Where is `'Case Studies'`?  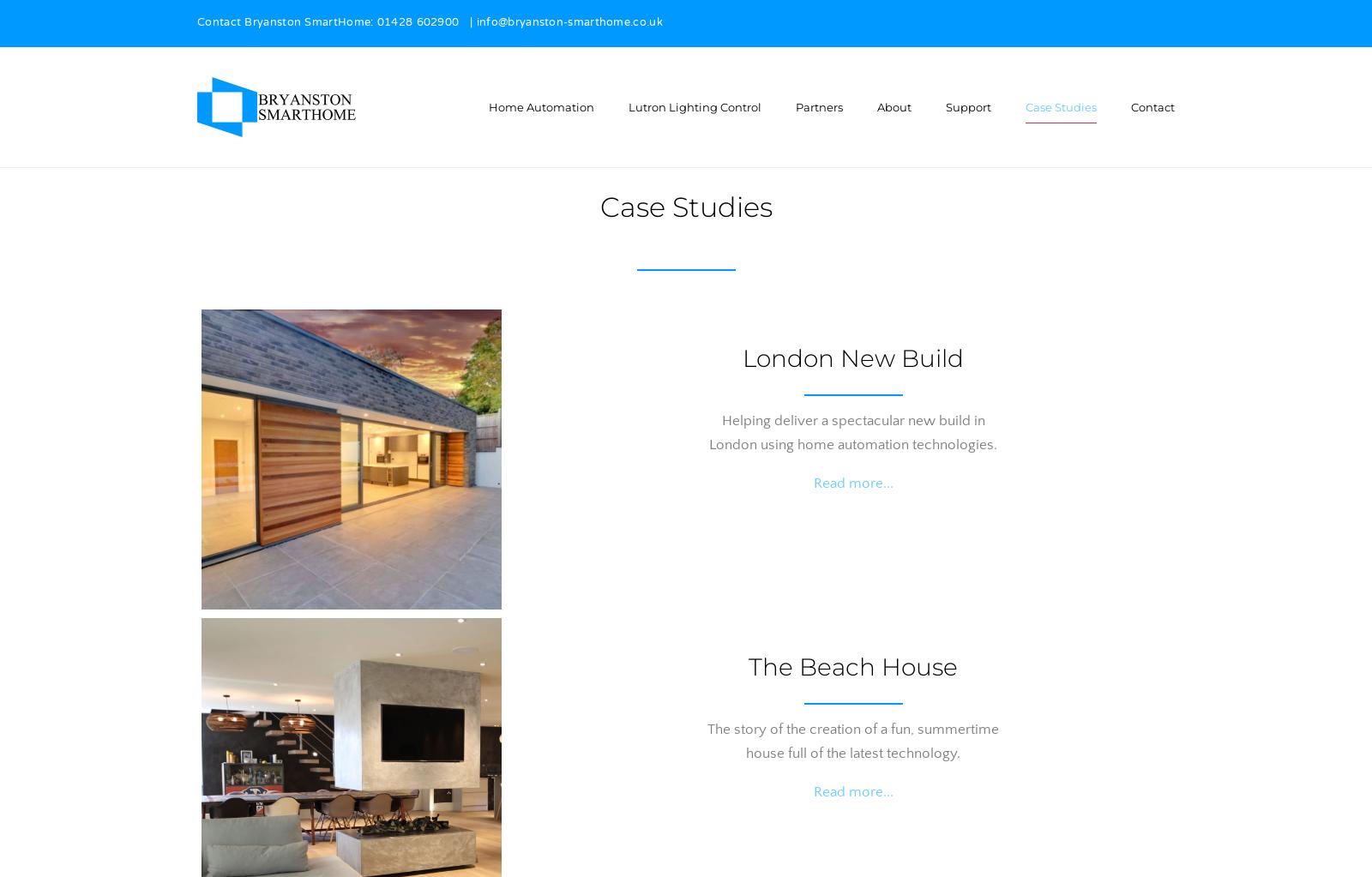 'Case Studies' is located at coordinates (685, 207).